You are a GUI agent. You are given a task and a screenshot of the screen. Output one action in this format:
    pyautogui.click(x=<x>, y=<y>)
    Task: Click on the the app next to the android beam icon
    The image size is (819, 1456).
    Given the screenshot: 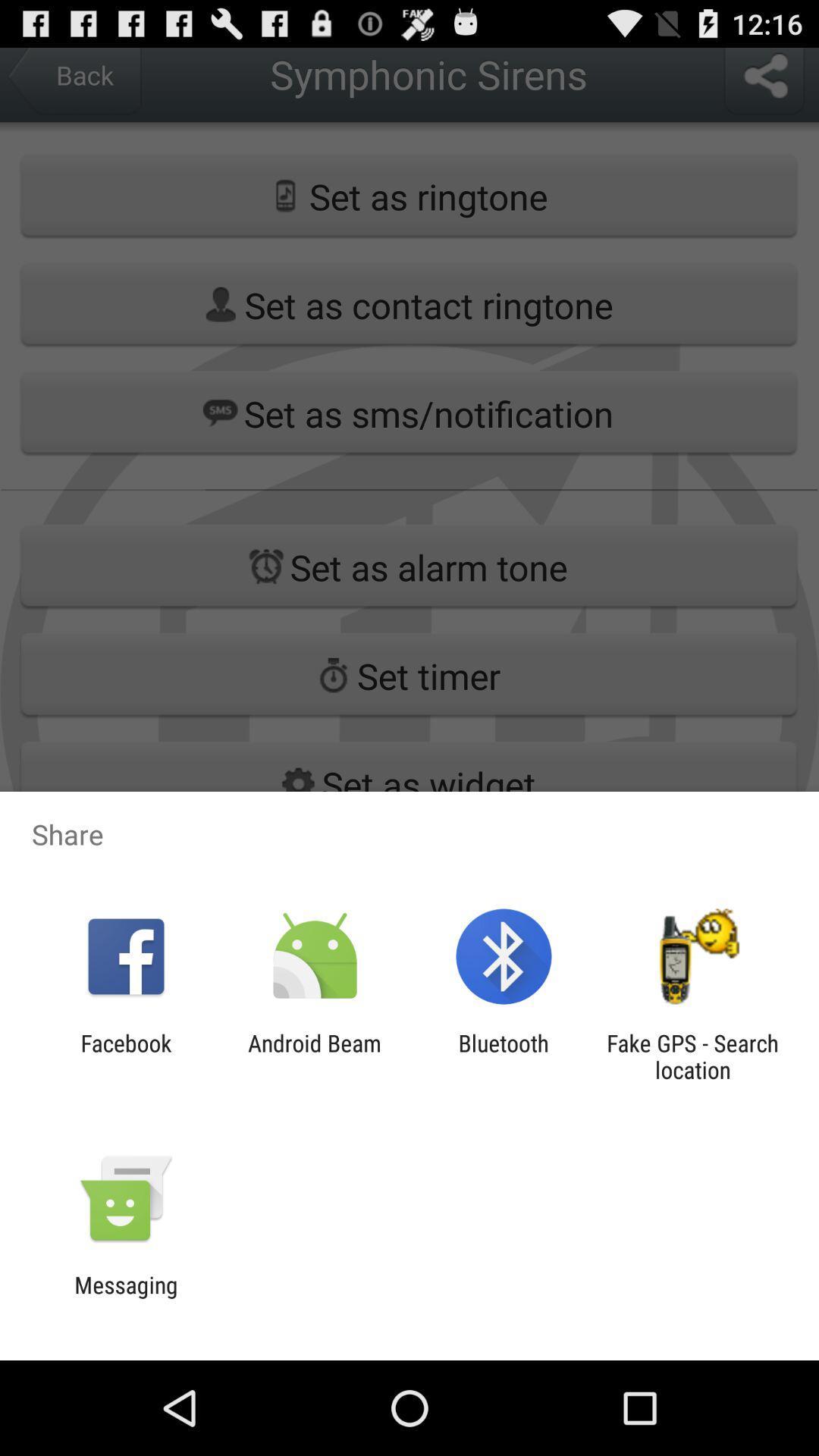 What is the action you would take?
    pyautogui.click(x=504, y=1056)
    